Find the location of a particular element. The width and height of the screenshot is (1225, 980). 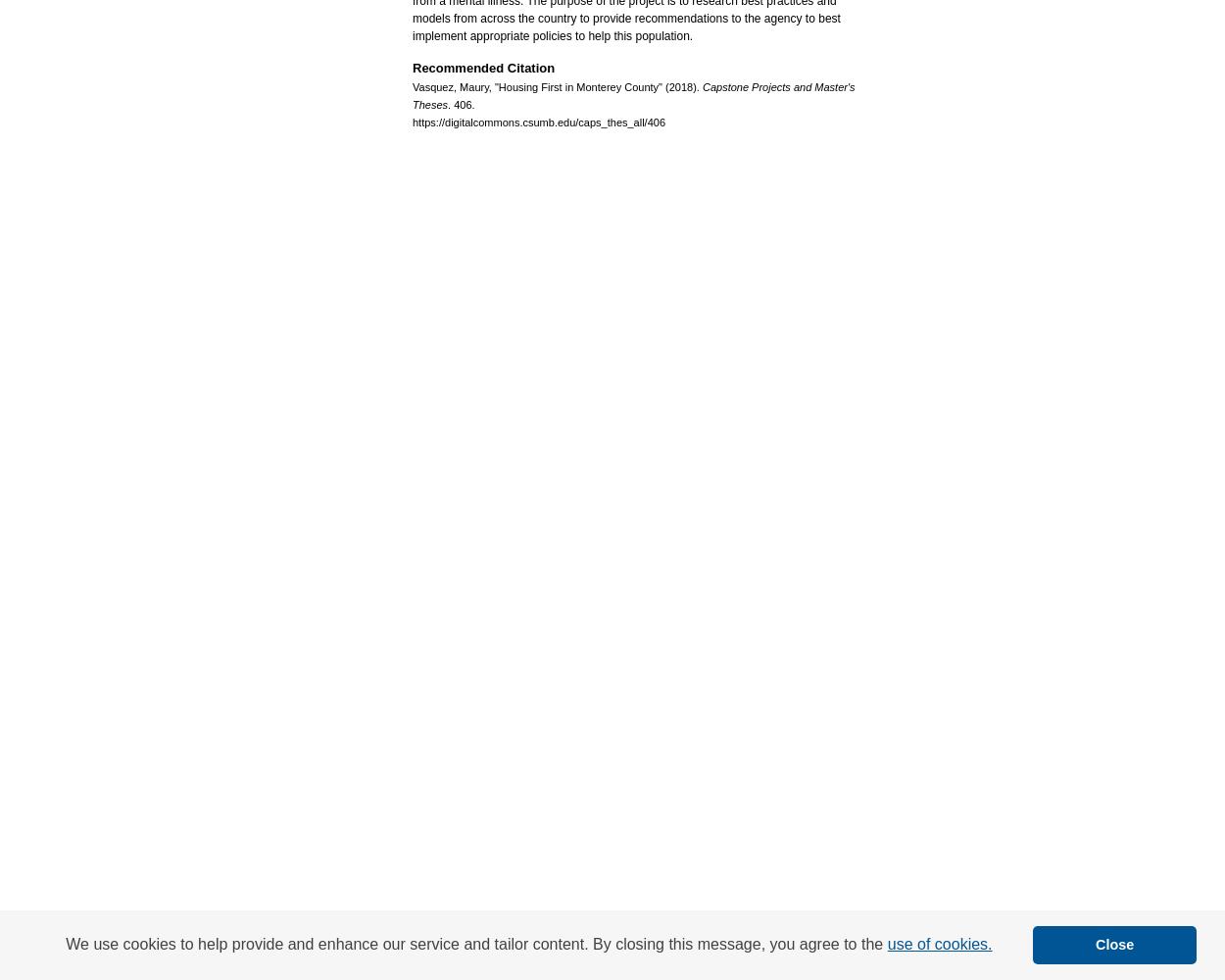

'Capstone Projects and Master's Theses' is located at coordinates (633, 94).